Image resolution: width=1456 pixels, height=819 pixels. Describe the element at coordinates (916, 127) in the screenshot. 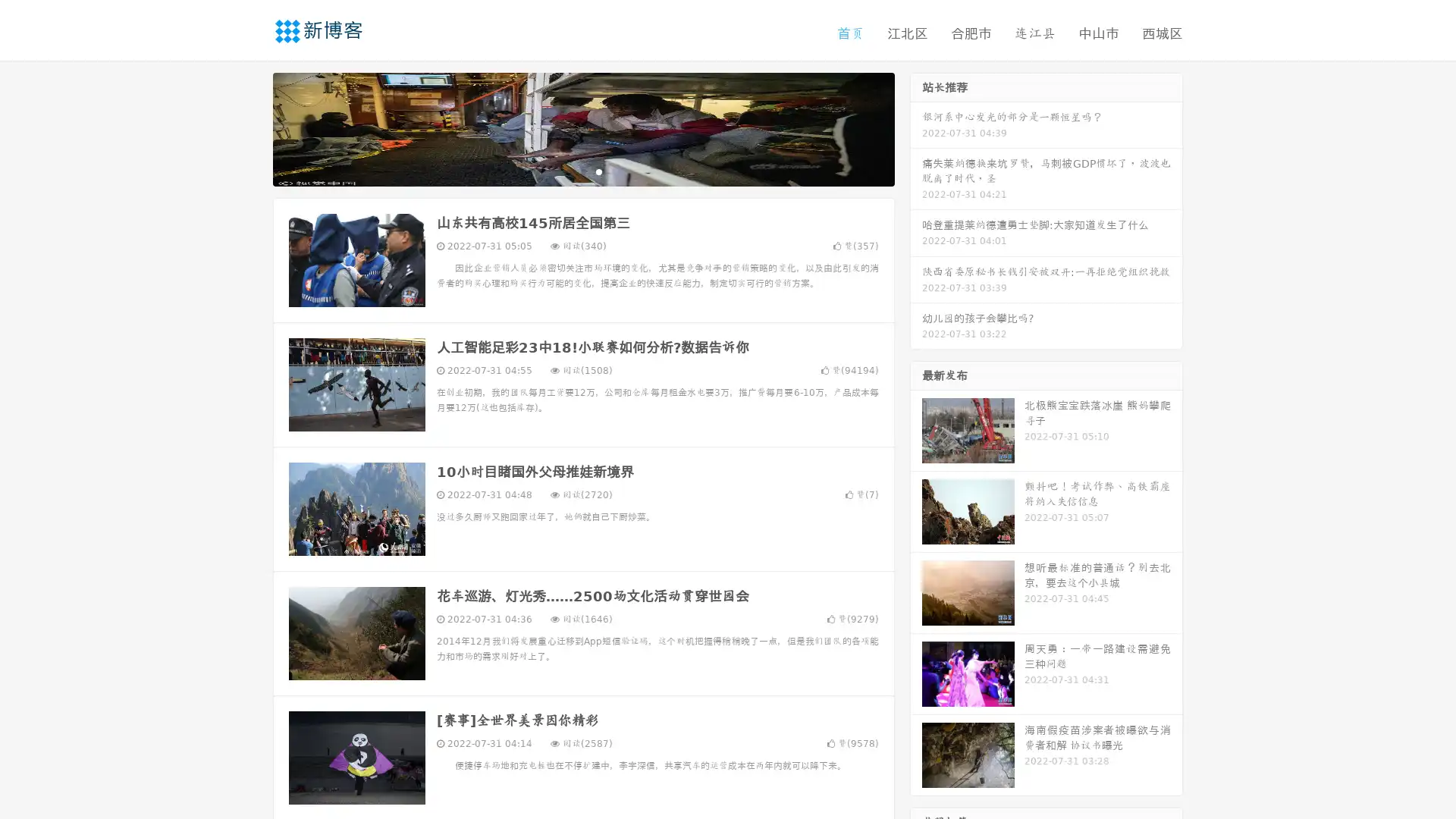

I see `Next slide` at that location.